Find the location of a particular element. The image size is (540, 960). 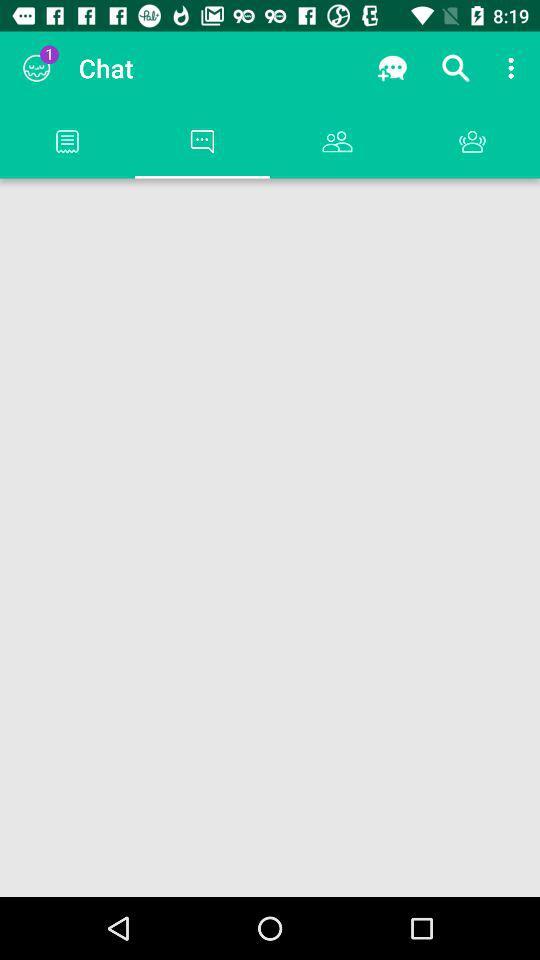

the app next to the chat is located at coordinates (393, 68).